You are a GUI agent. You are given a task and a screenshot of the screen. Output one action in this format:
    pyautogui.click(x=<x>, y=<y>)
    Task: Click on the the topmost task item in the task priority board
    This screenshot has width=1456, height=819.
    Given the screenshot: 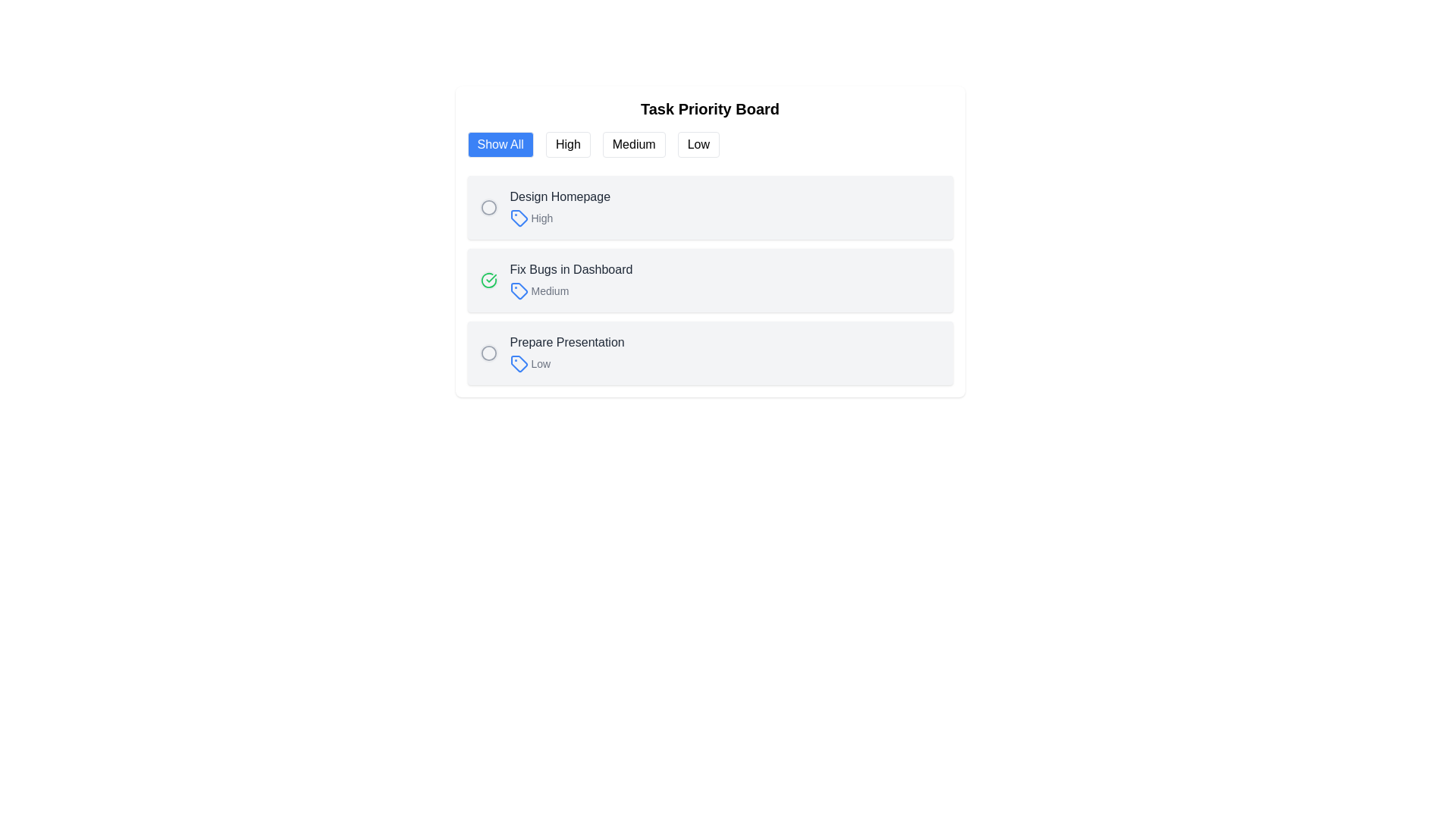 What is the action you would take?
    pyautogui.click(x=544, y=207)
    